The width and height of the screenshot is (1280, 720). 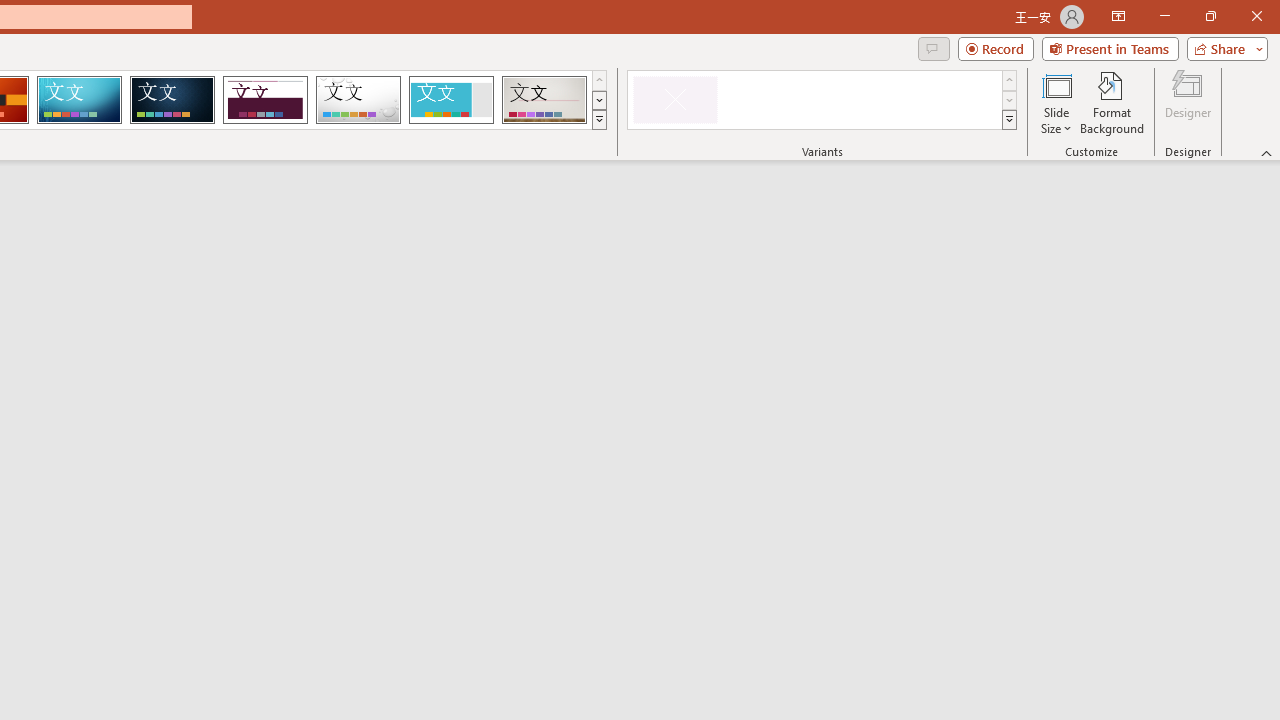 I want to click on 'Damask Loading Preview...', so click(x=172, y=100).